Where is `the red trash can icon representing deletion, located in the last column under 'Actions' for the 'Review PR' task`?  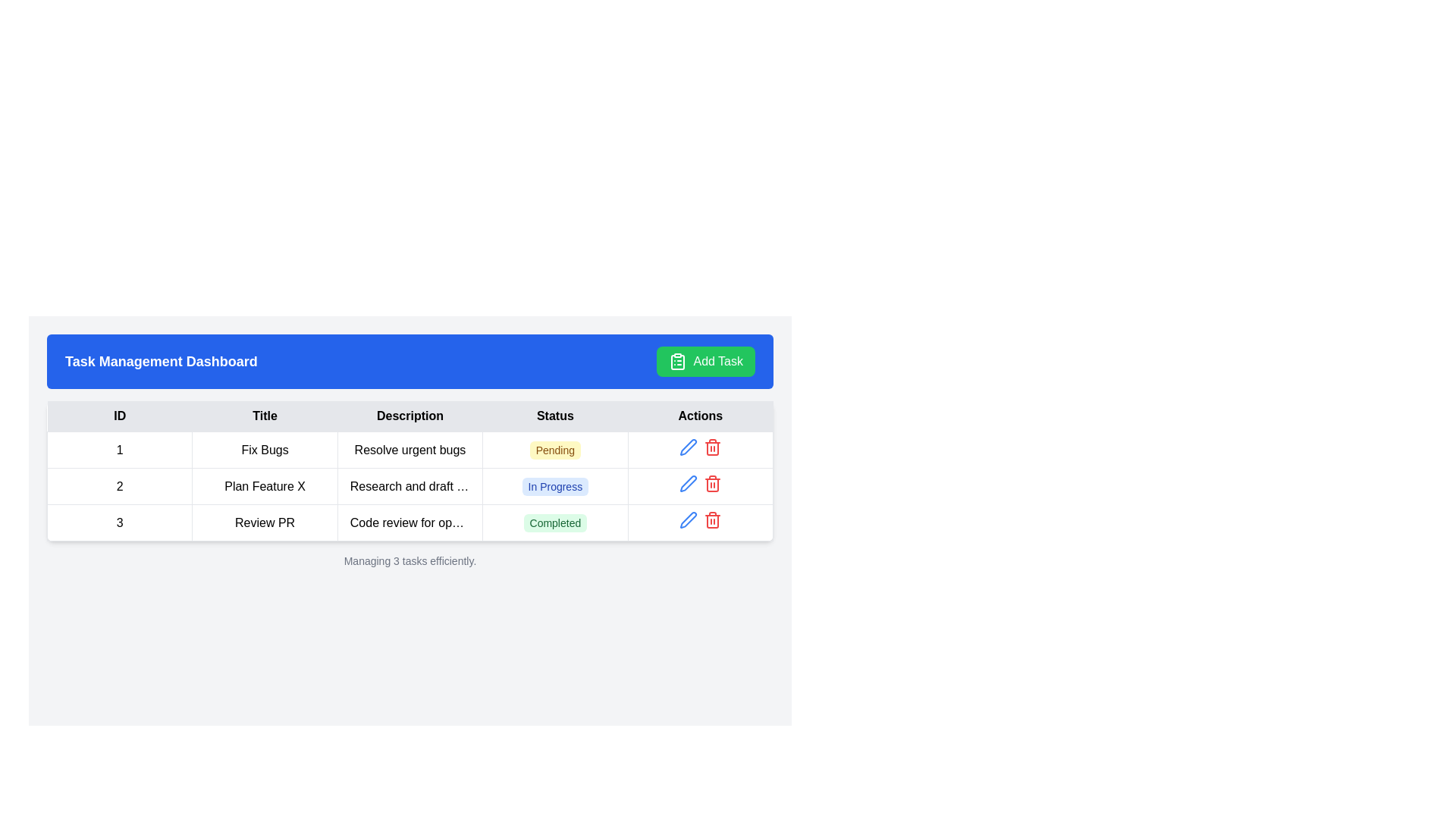 the red trash can icon representing deletion, located in the last column under 'Actions' for the 'Review PR' task is located at coordinates (711, 447).